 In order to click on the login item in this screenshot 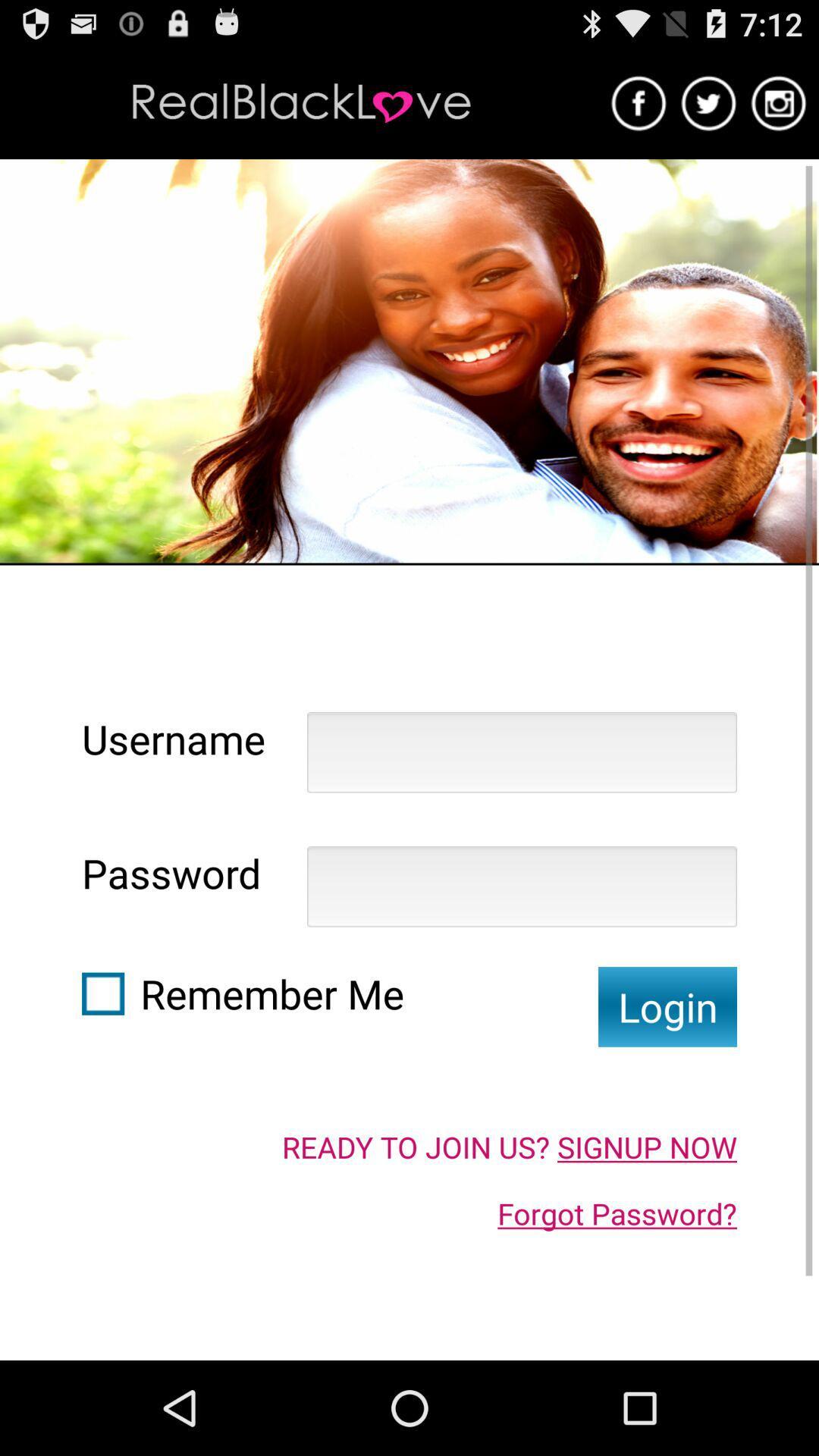, I will do `click(667, 1006)`.